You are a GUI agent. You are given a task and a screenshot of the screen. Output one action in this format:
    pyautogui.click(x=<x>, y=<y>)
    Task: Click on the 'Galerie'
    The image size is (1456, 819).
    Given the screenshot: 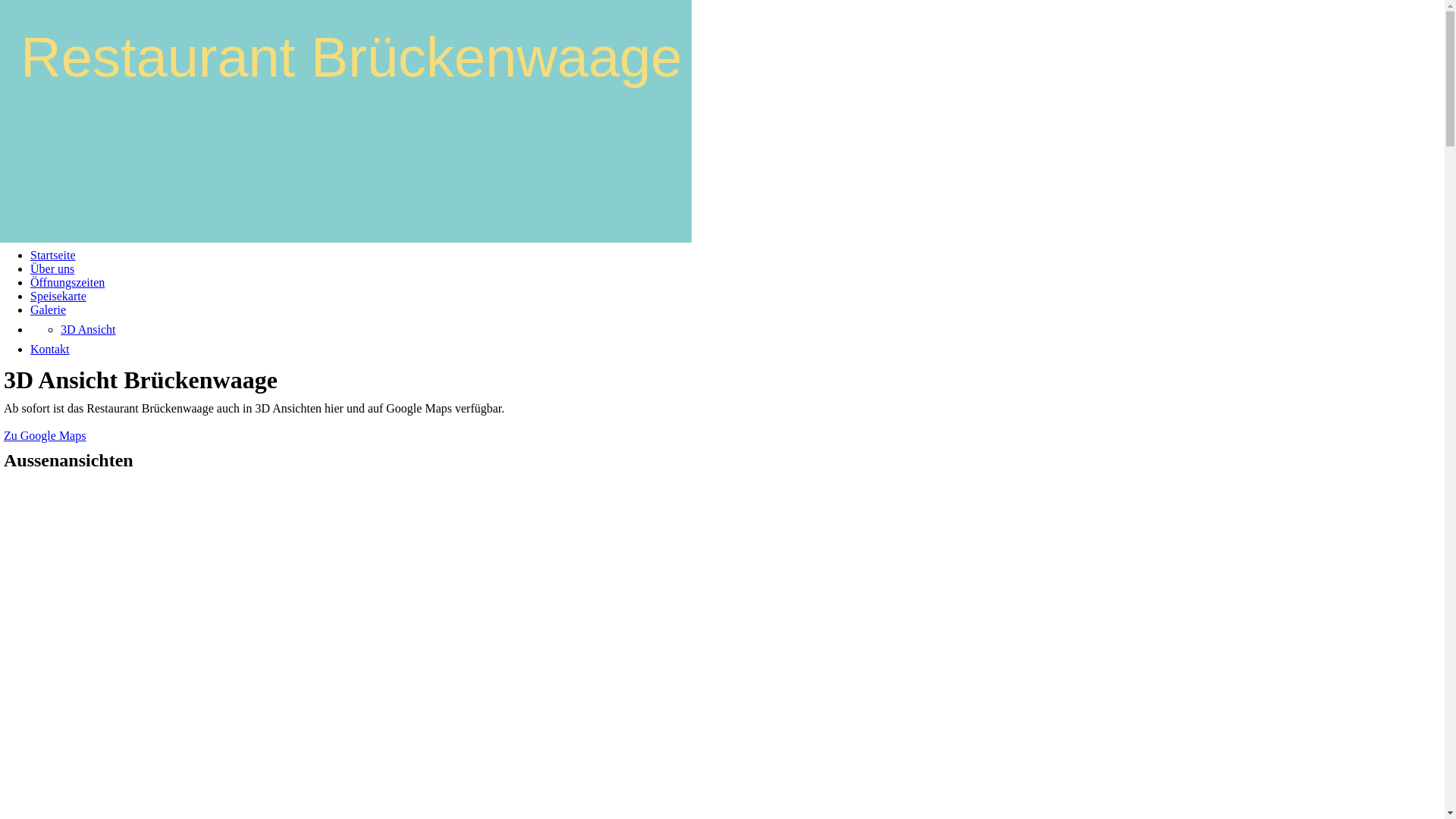 What is the action you would take?
    pyautogui.click(x=48, y=309)
    